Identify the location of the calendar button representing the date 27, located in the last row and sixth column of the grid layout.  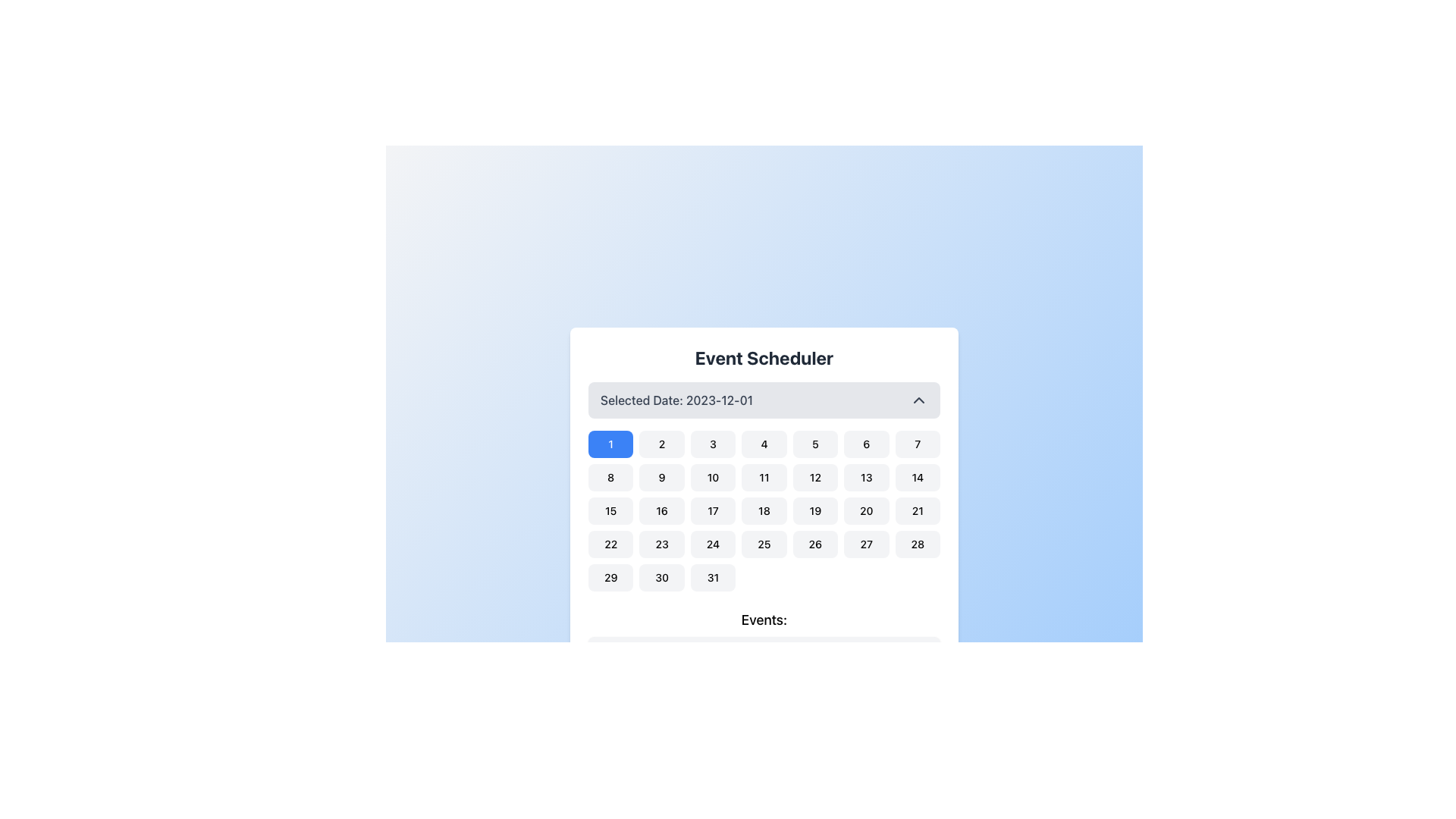
(866, 543).